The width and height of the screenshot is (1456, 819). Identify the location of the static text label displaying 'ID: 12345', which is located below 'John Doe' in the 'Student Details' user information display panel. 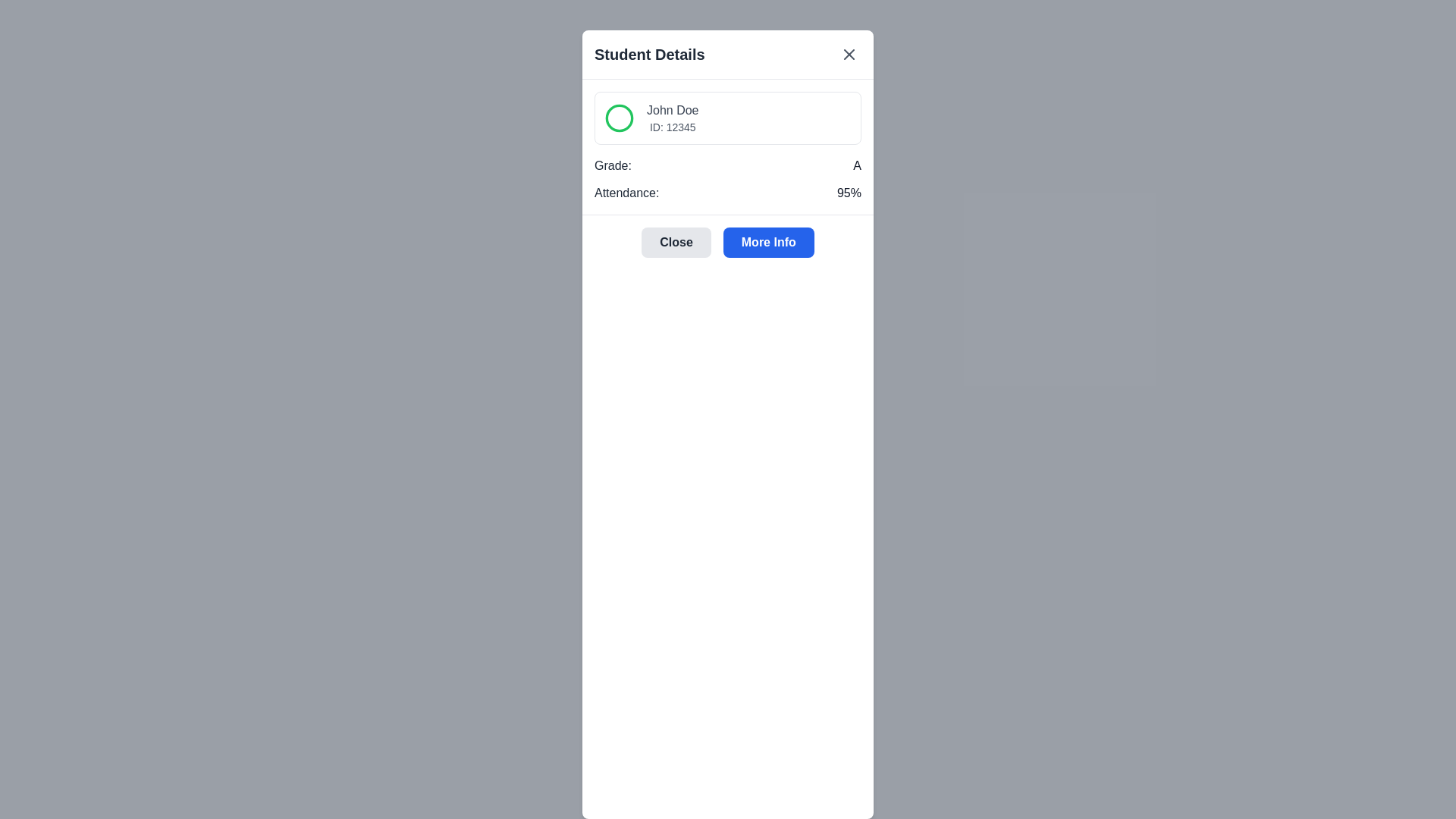
(672, 127).